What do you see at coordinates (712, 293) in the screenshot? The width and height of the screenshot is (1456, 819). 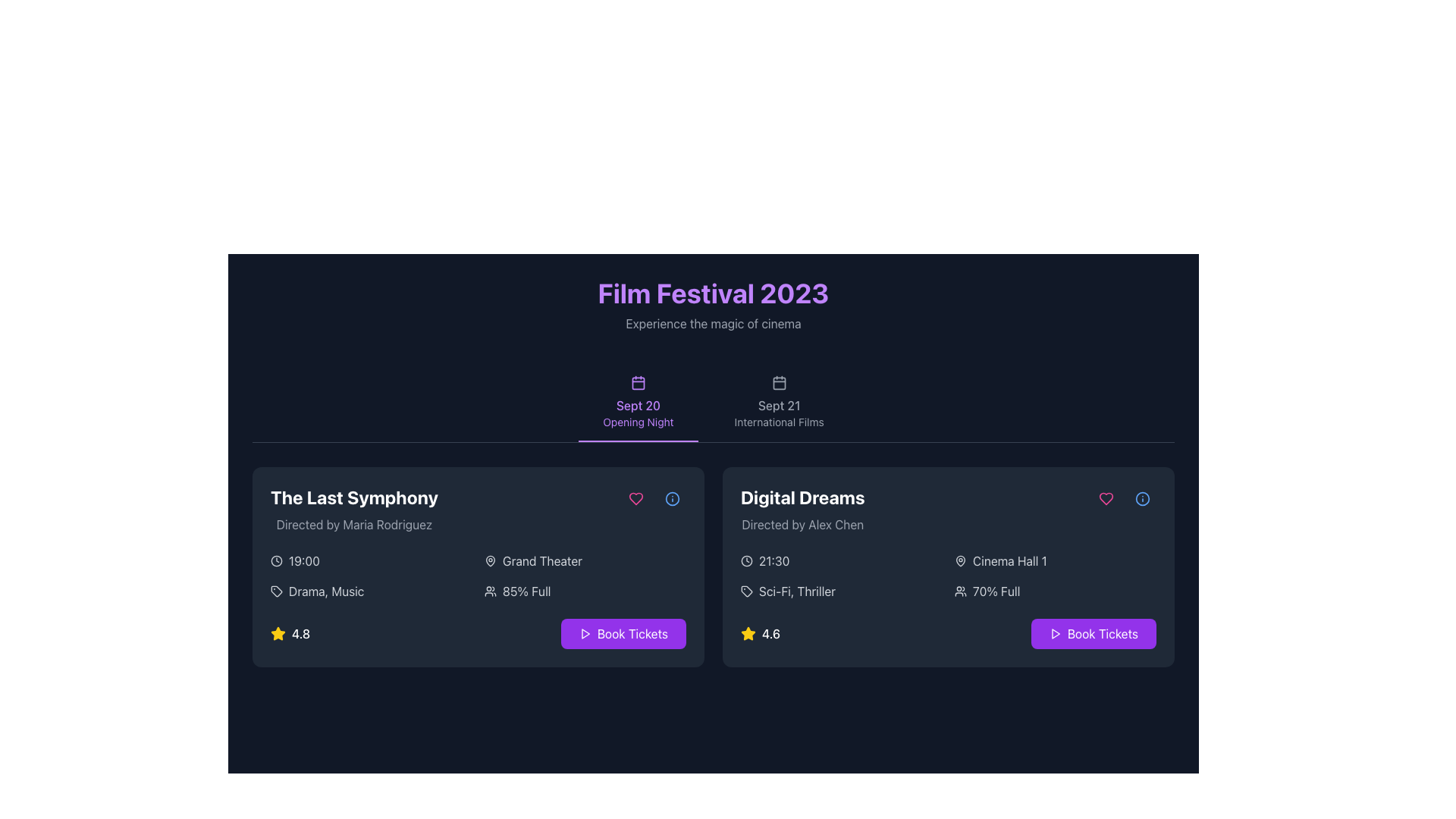 I see `the header text displaying 'Film Festival 2023' in a large, bold purple font, located at the top center of the page` at bounding box center [712, 293].